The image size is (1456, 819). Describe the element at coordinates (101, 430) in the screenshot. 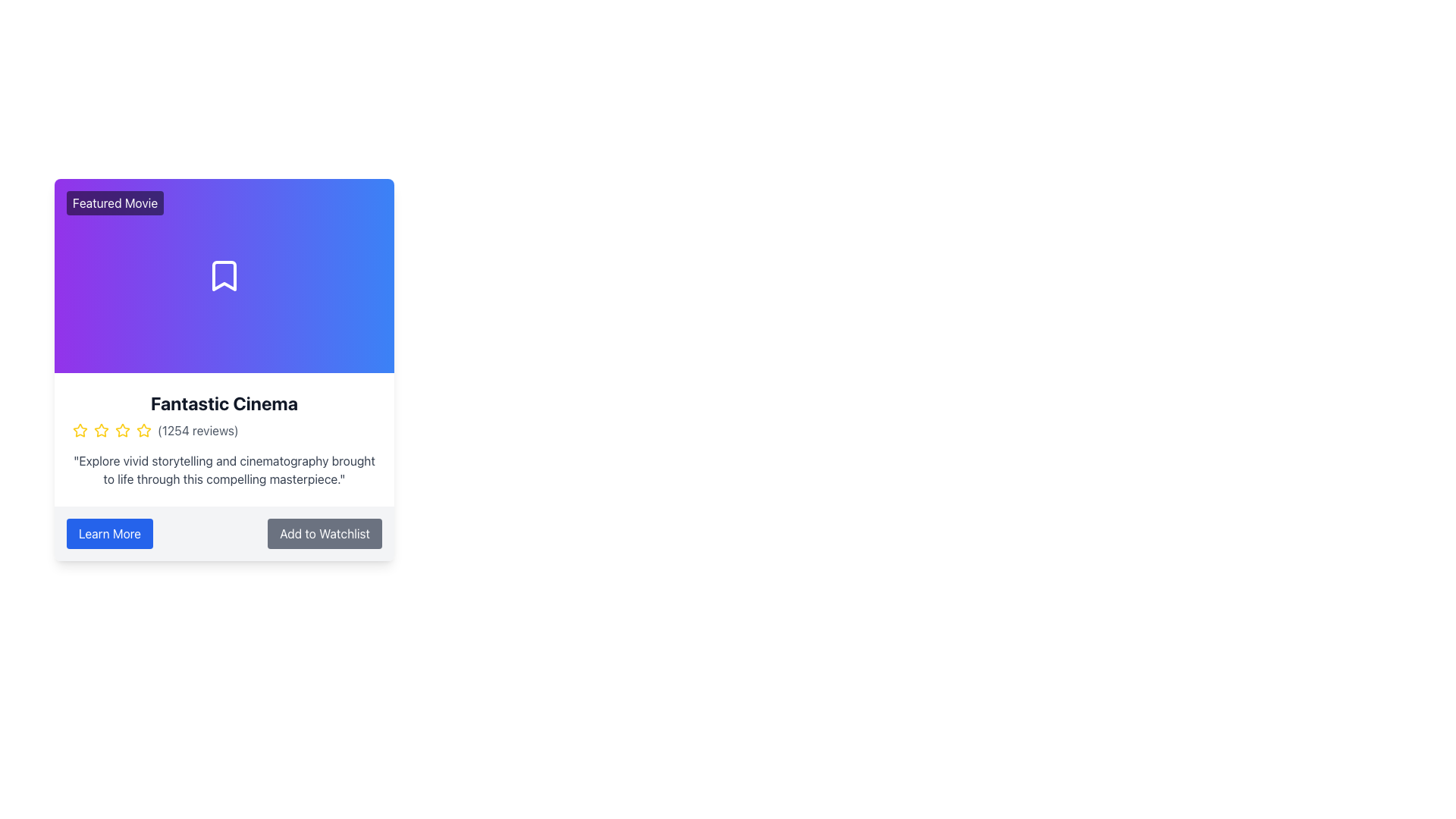

I see `the second star icon in the star-based rating system located below the title 'Fantastic Cinema' and above the rating details` at that location.